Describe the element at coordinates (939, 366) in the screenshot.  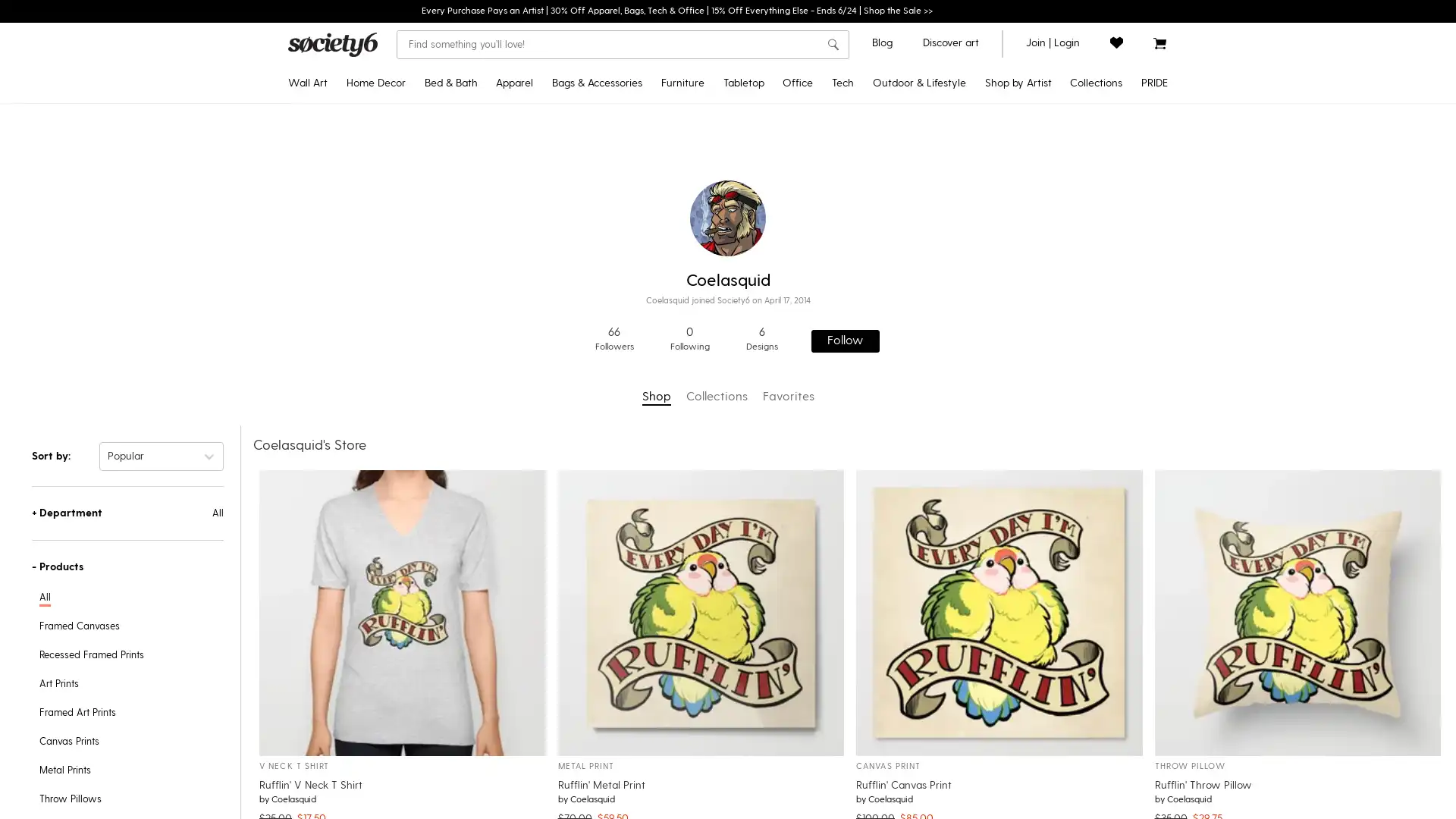
I see `Picnic Blankets` at that location.